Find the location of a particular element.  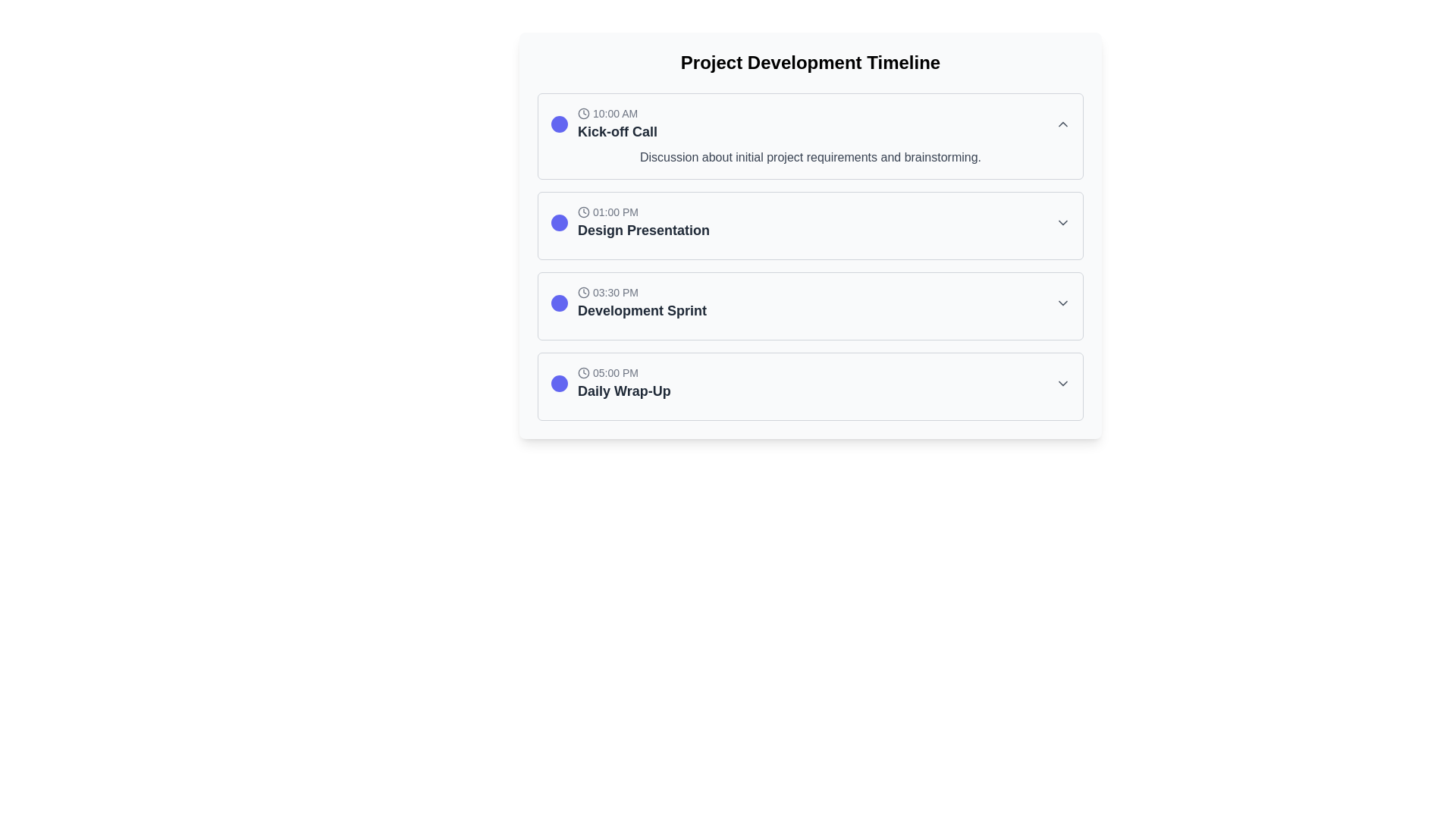

the second item in the timeline event row, which is located between '10:00 AM Kick-off Call' and '03:30 PM Development Sprint' is located at coordinates (629, 222).